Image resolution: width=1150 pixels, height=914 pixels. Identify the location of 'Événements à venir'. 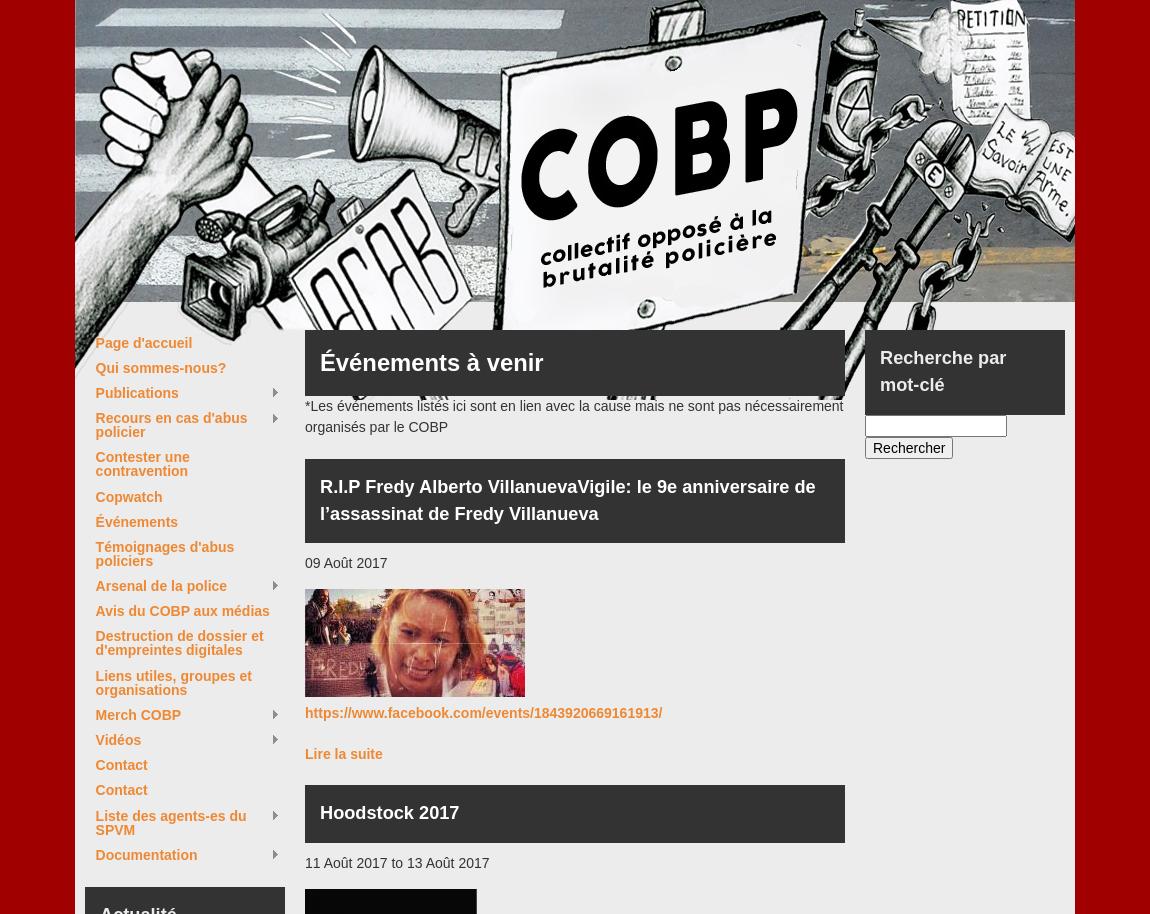
(431, 361).